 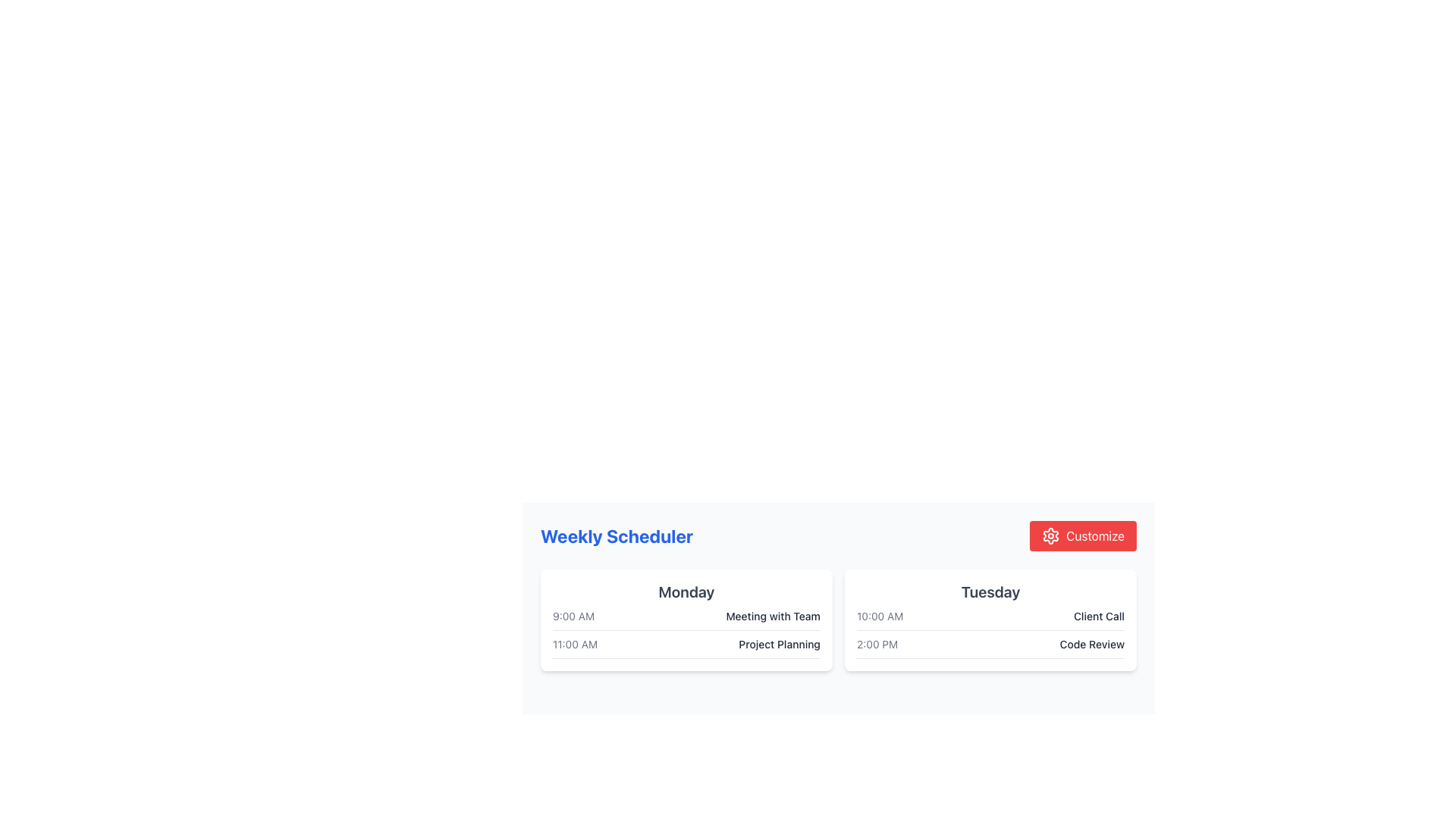 What do you see at coordinates (686, 591) in the screenshot?
I see `the header text element indicating the day in the weekly scheduler interface, positioned at the top of the white rectangular card` at bounding box center [686, 591].